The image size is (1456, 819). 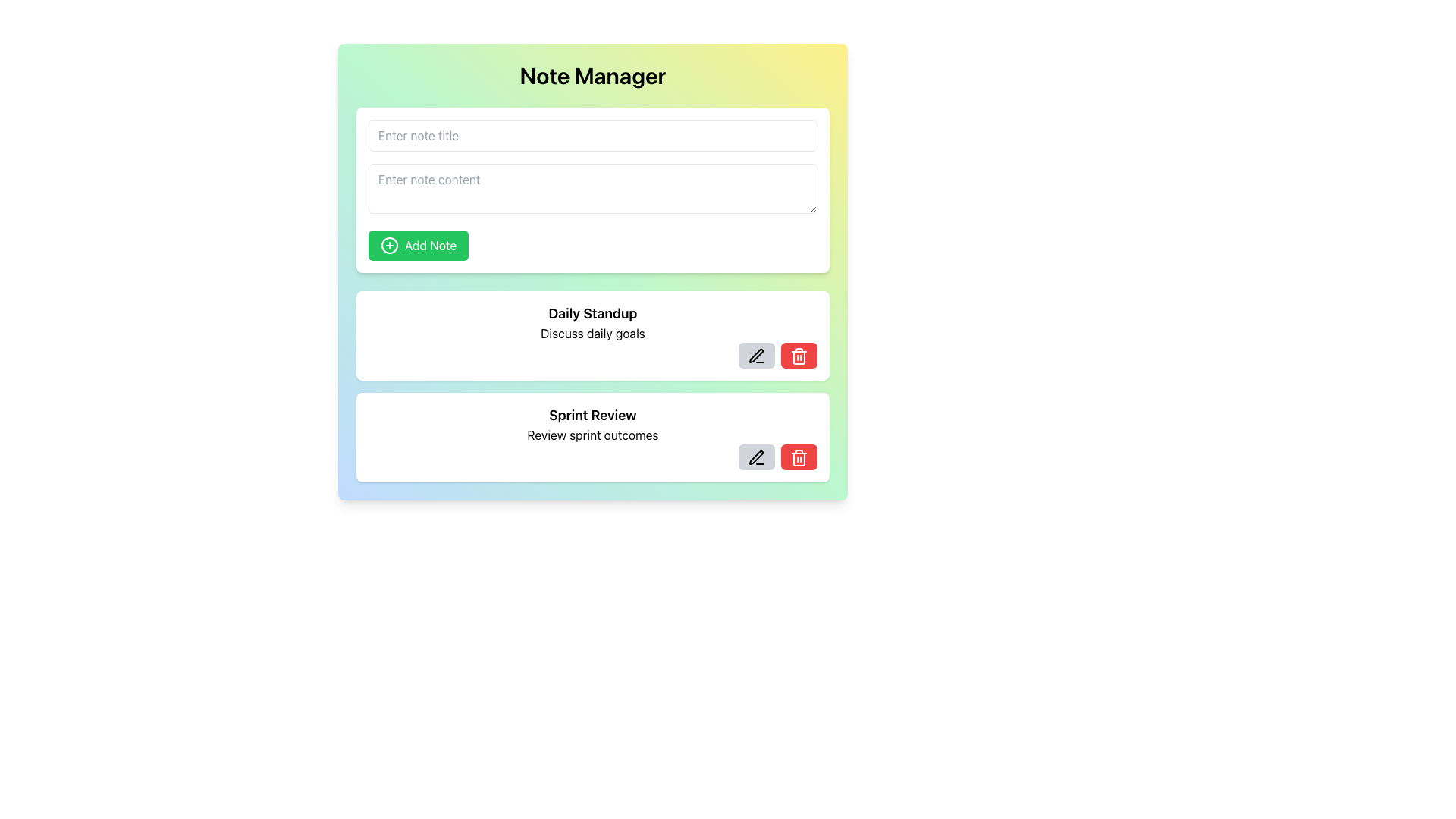 I want to click on the text element that provides additional context about the 'Sprint Review' section, located beneath the header text inside the 'Sprint Review' box, so click(x=592, y=435).